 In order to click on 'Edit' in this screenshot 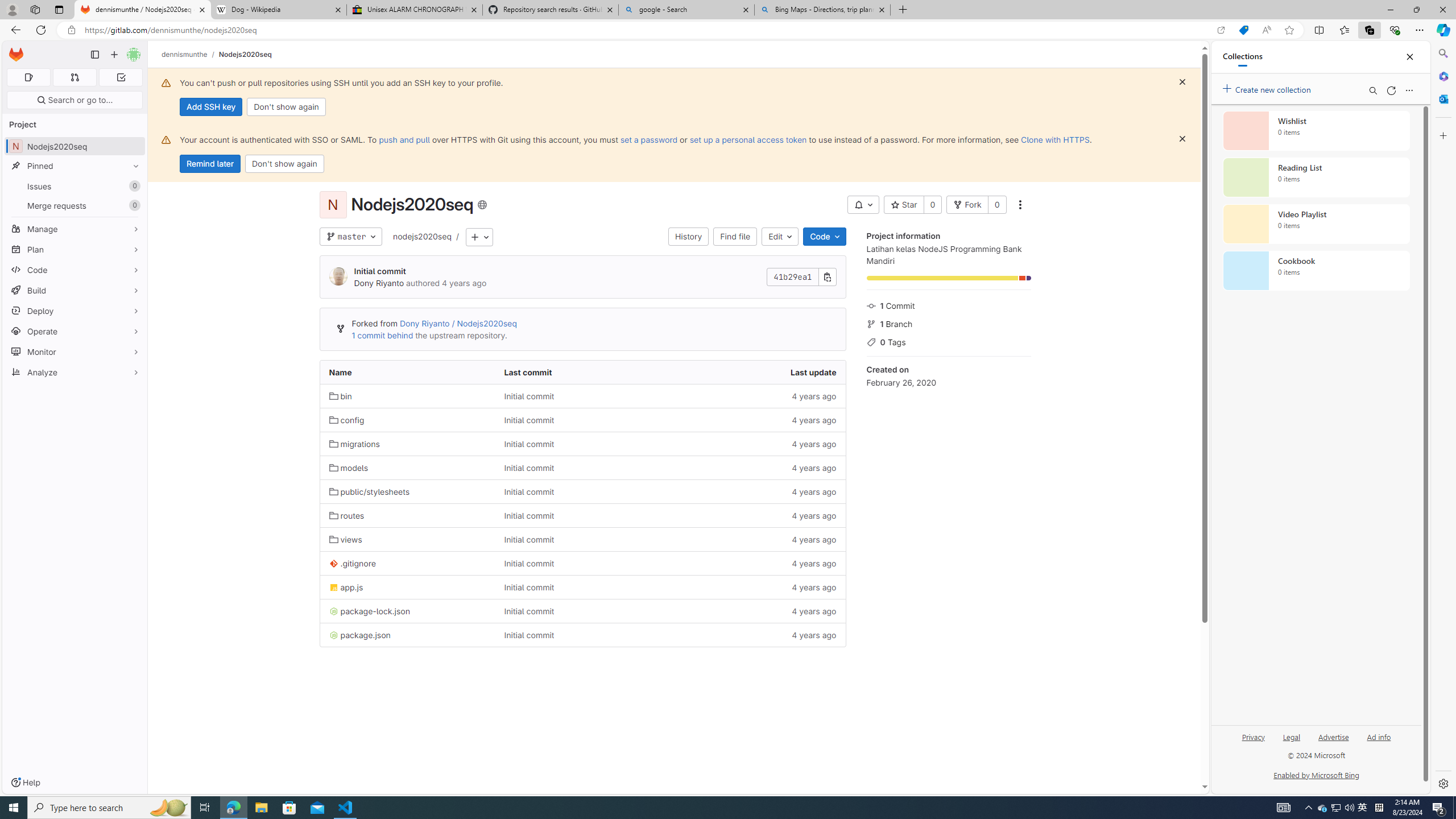, I will do `click(780, 236)`.